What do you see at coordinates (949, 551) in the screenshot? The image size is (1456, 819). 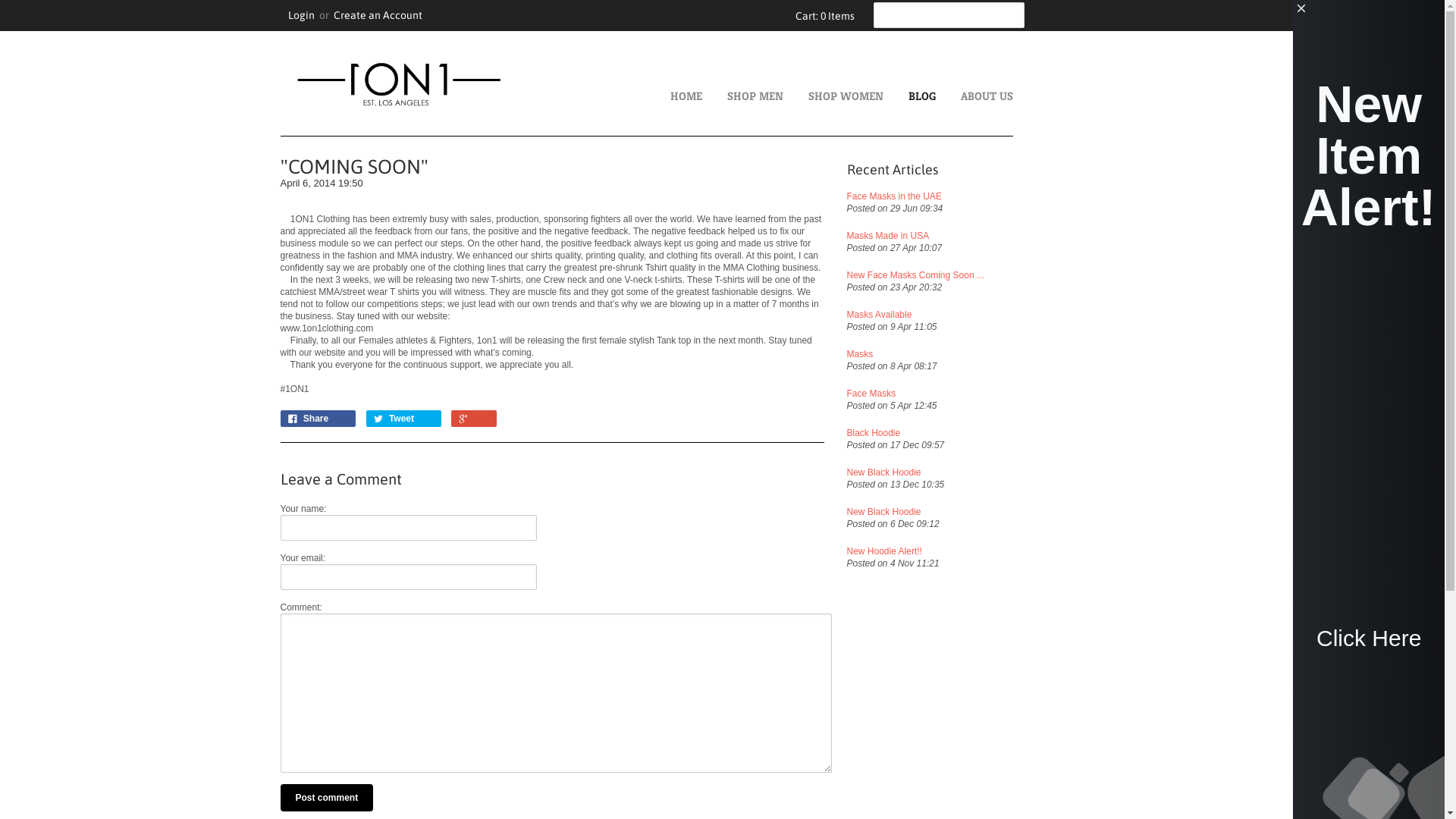 I see `'New Hoodie Alert!!'` at bounding box center [949, 551].